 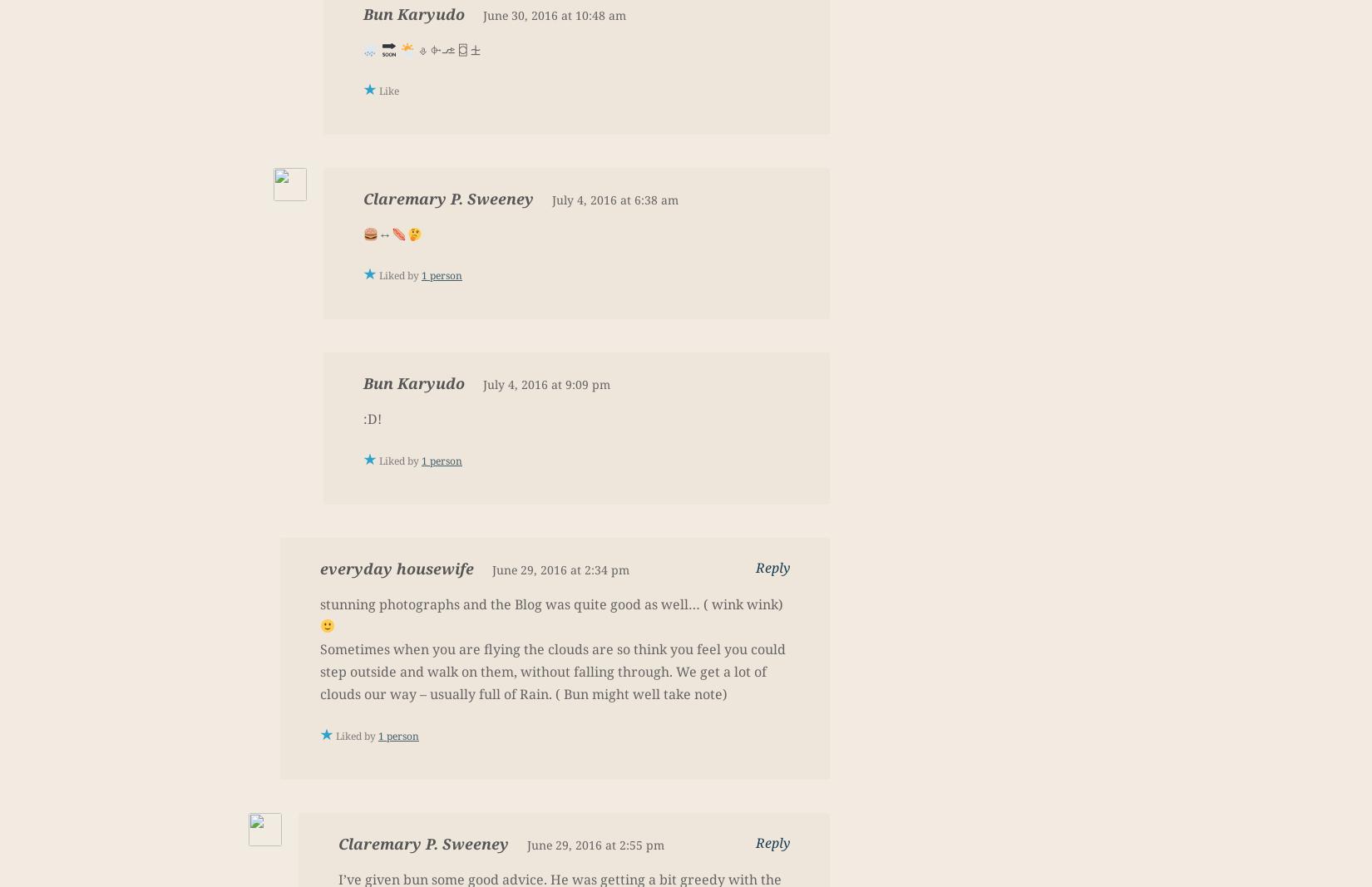 I want to click on 'stunning photographs and the Blog was quite good as well… ( wink wink)', so click(x=319, y=602).